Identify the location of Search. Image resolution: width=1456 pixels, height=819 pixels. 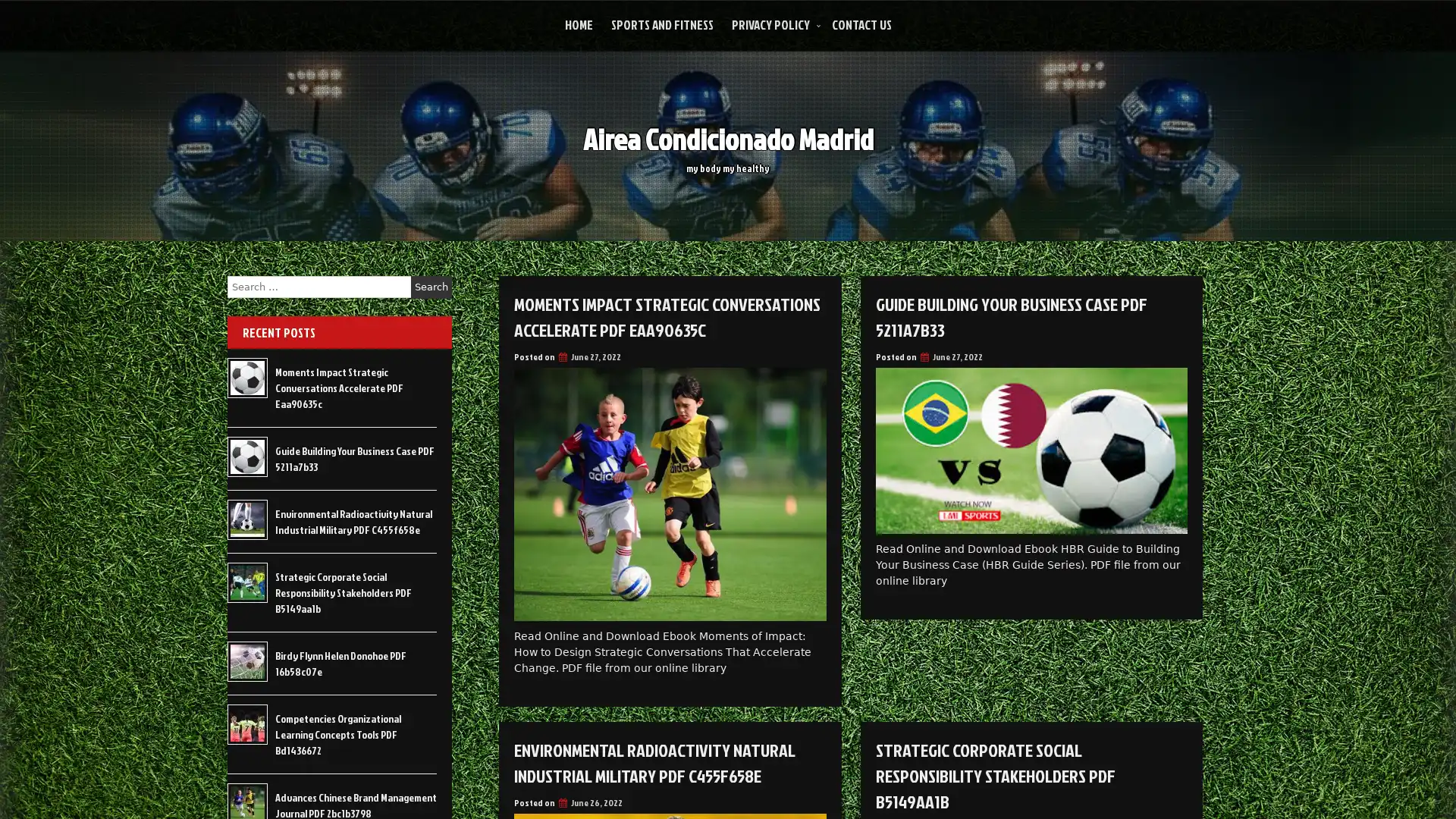
(431, 287).